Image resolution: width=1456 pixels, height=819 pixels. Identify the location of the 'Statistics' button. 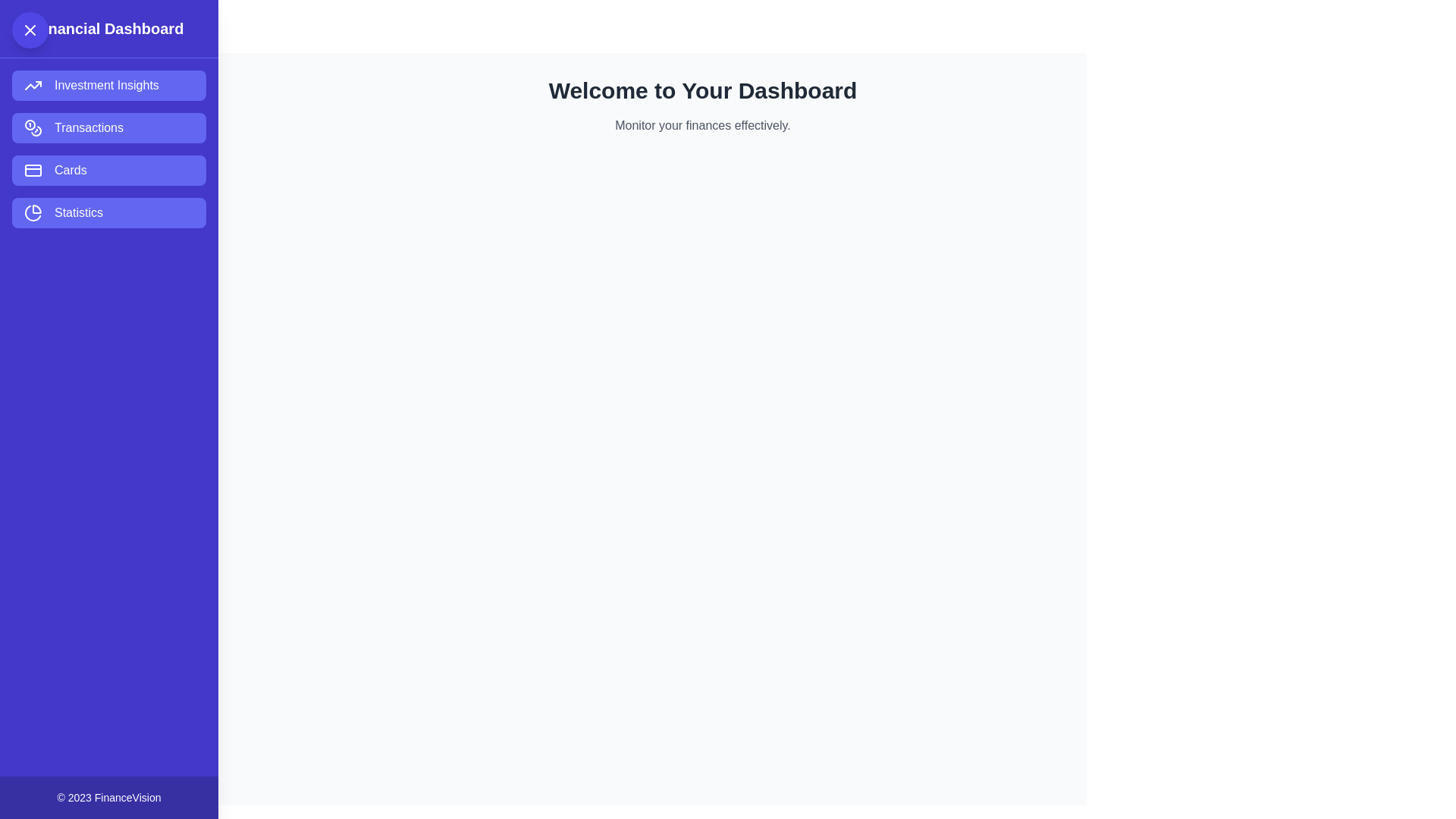
(108, 213).